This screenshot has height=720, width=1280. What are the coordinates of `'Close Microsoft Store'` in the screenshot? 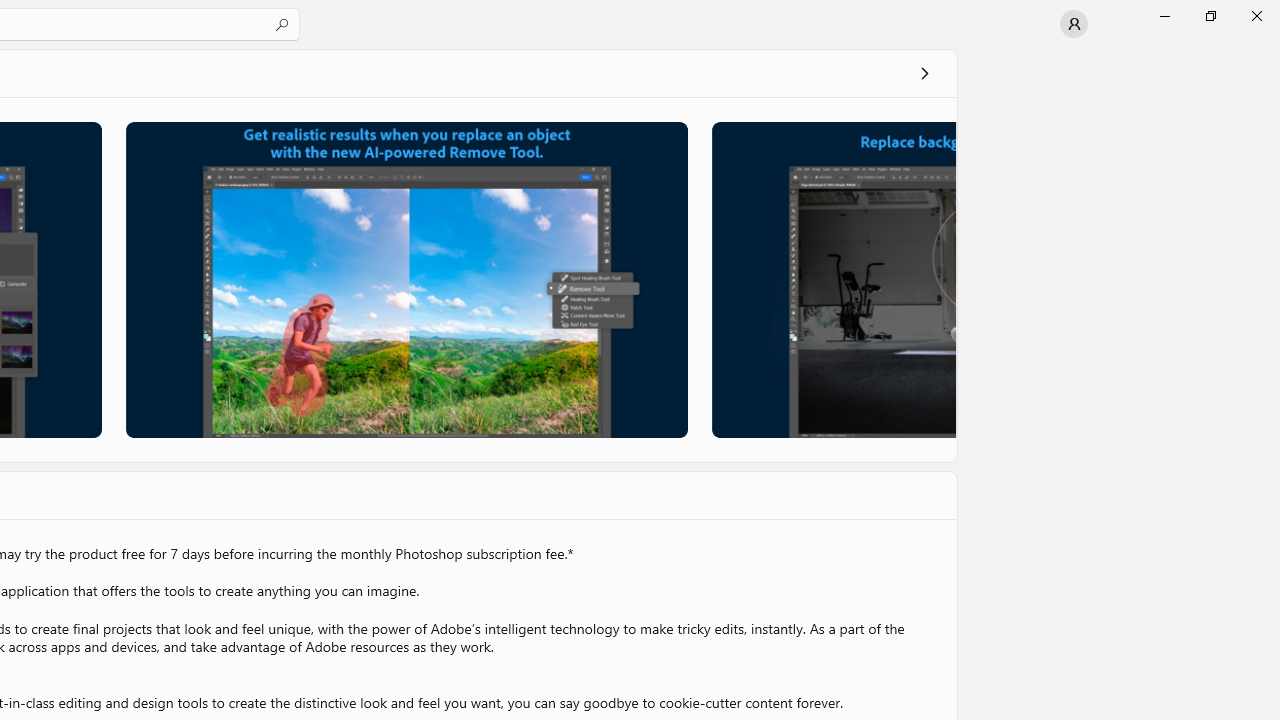 It's located at (1255, 15).